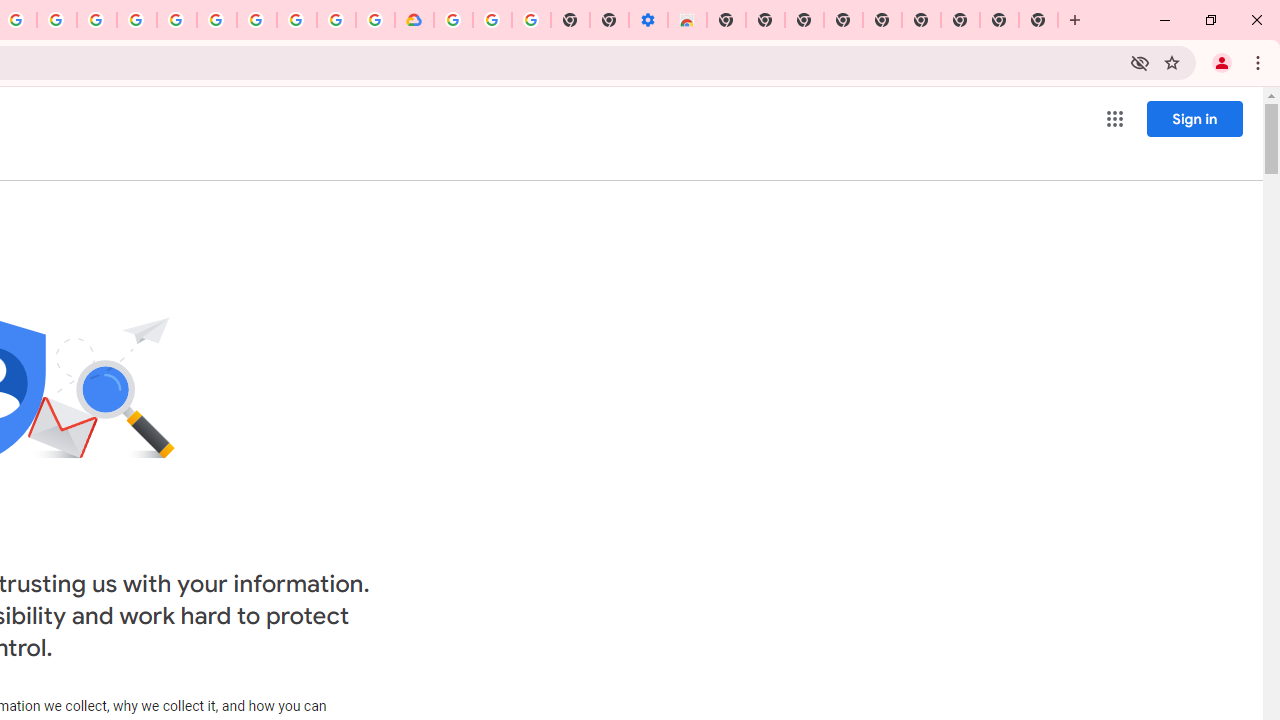 Image resolution: width=1280 pixels, height=720 pixels. What do you see at coordinates (135, 20) in the screenshot?
I see `'Ad Settings'` at bounding box center [135, 20].